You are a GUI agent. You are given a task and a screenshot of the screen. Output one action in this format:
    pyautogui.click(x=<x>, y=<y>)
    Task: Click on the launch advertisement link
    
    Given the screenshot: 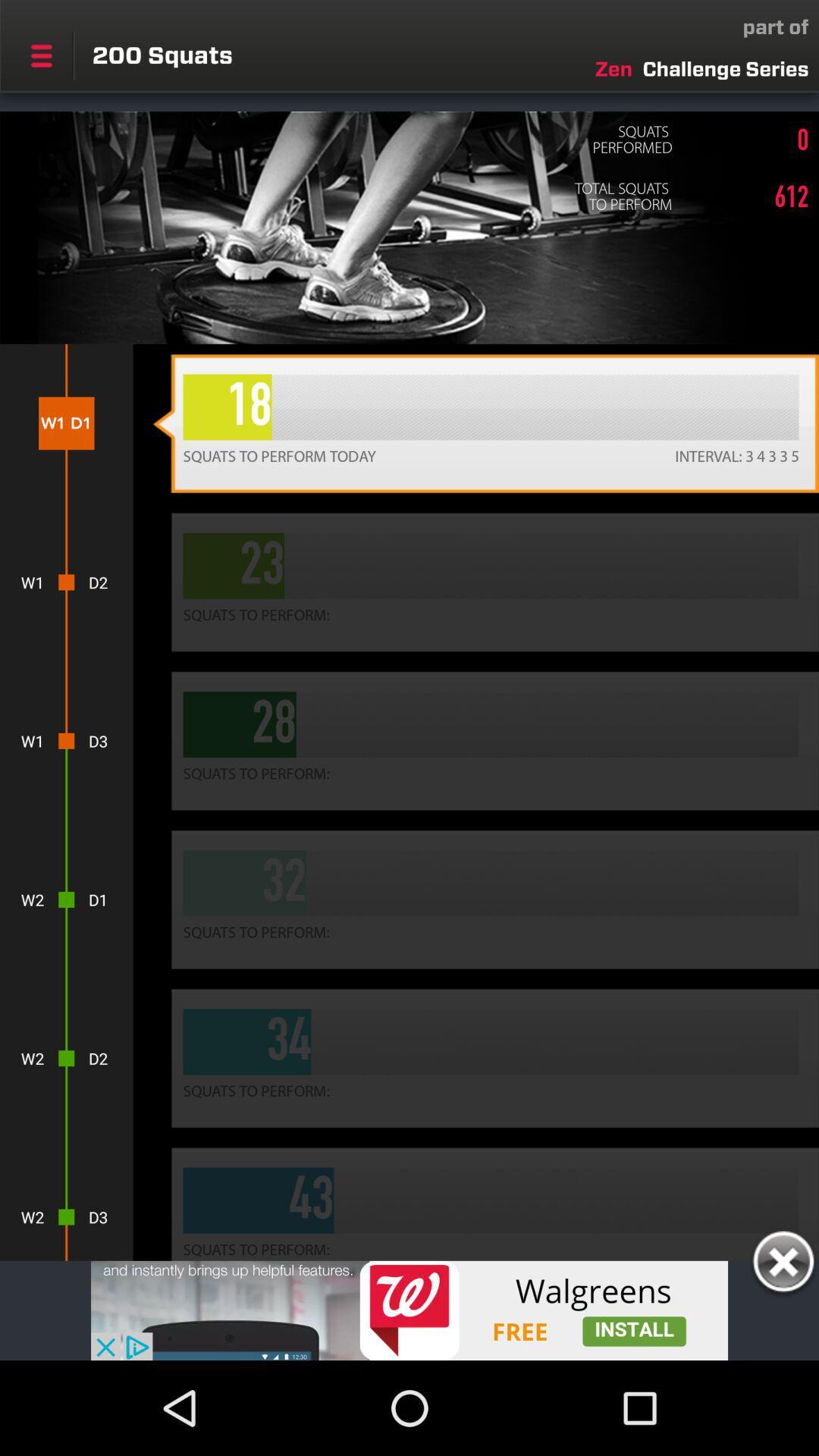 What is the action you would take?
    pyautogui.click(x=409, y=1310)
    